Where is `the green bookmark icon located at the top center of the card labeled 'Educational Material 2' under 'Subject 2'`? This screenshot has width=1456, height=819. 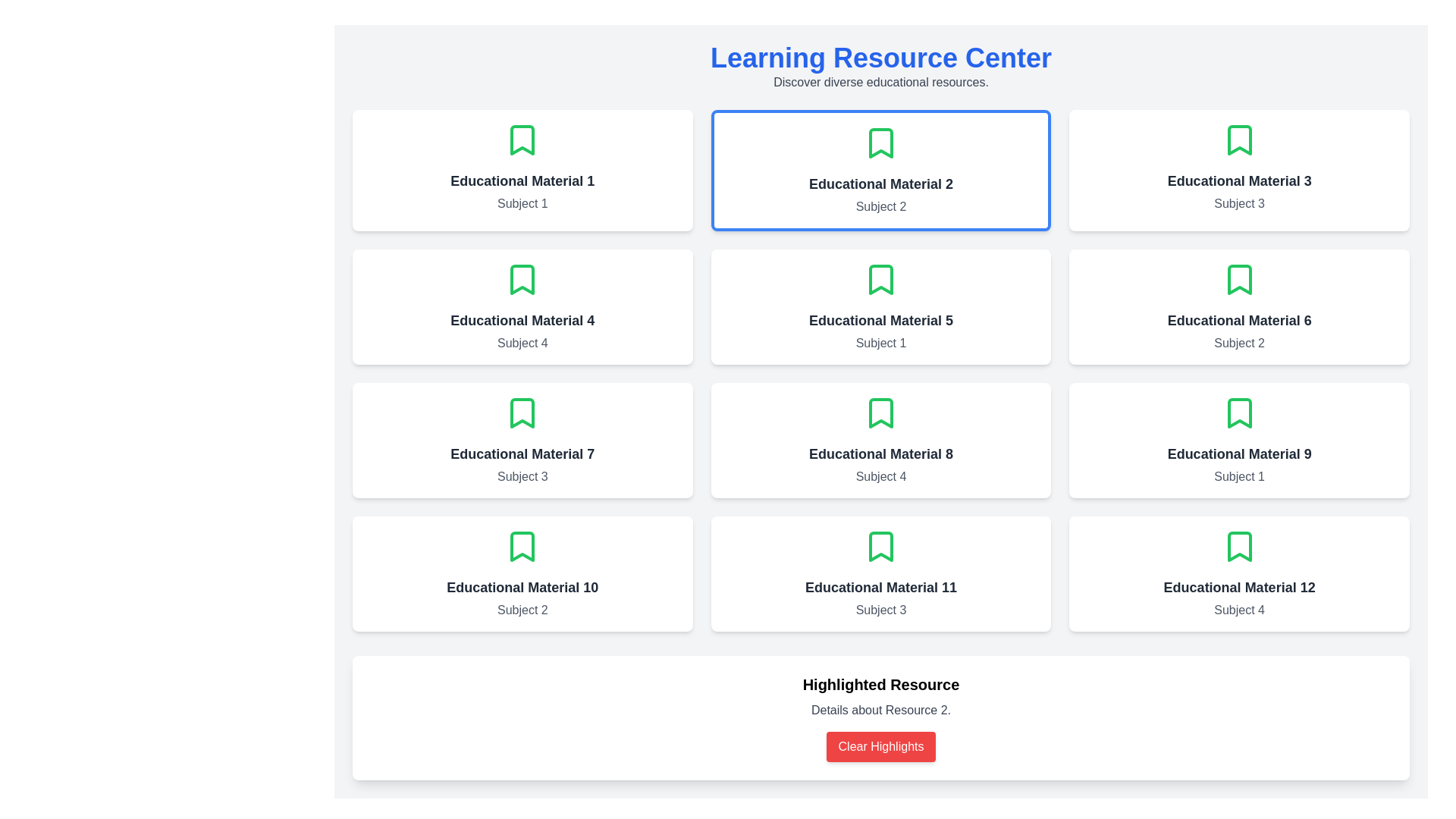 the green bookmark icon located at the top center of the card labeled 'Educational Material 2' under 'Subject 2' is located at coordinates (880, 143).